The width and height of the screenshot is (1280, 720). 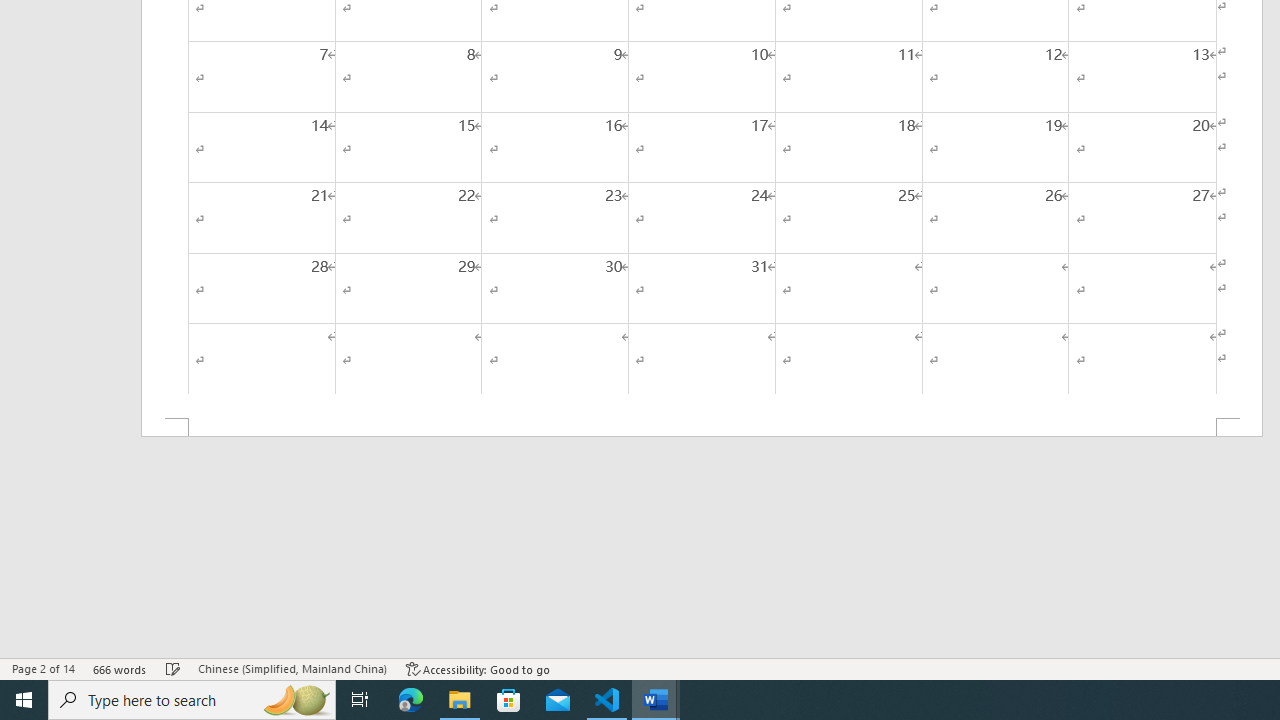 What do you see at coordinates (477, 669) in the screenshot?
I see `'Accessibility Checker Accessibility: Good to go'` at bounding box center [477, 669].